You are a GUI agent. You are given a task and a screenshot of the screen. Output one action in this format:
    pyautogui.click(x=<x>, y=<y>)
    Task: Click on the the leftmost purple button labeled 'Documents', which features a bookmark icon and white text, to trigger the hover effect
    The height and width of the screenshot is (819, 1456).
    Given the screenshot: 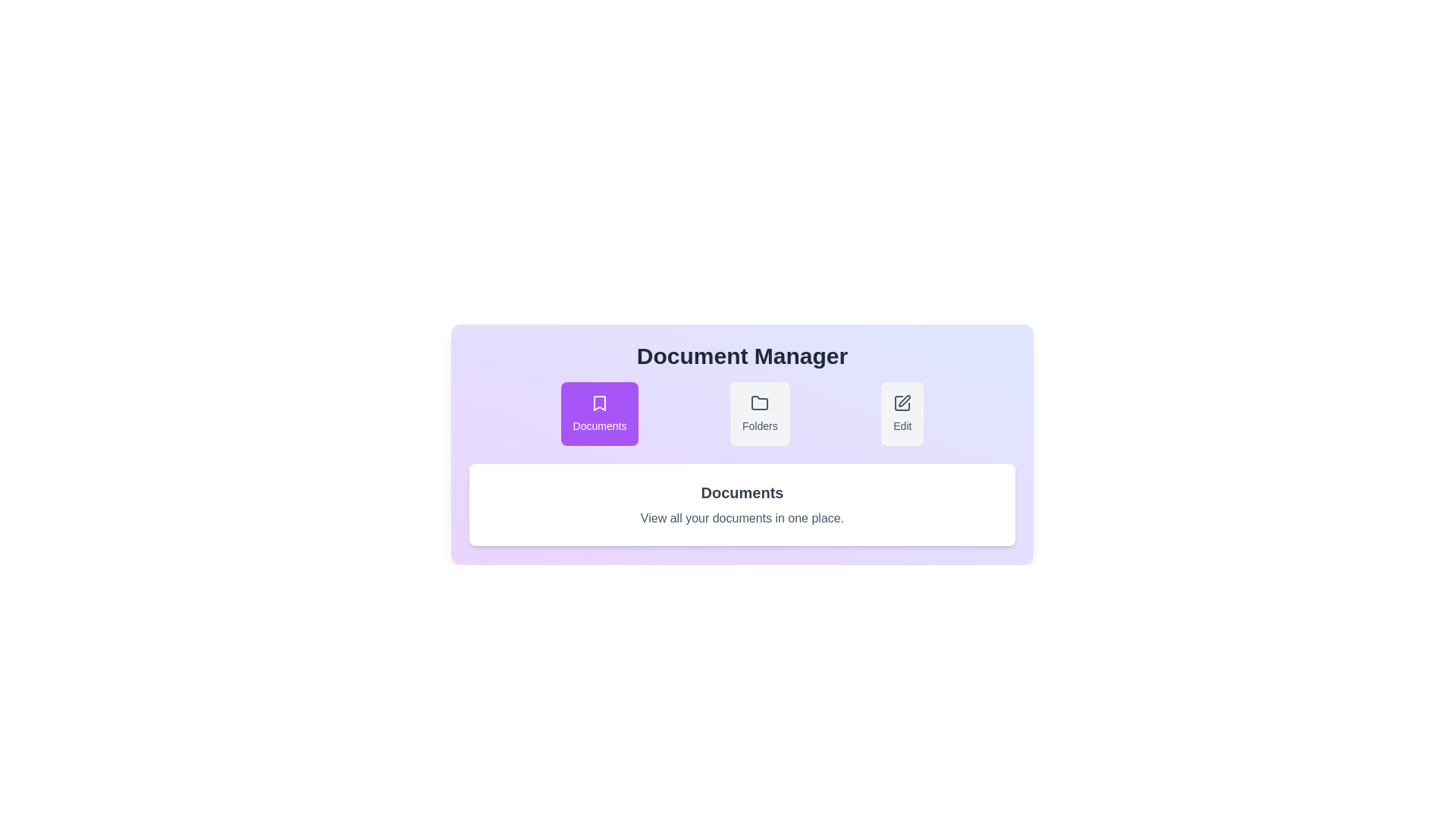 What is the action you would take?
    pyautogui.click(x=599, y=414)
    